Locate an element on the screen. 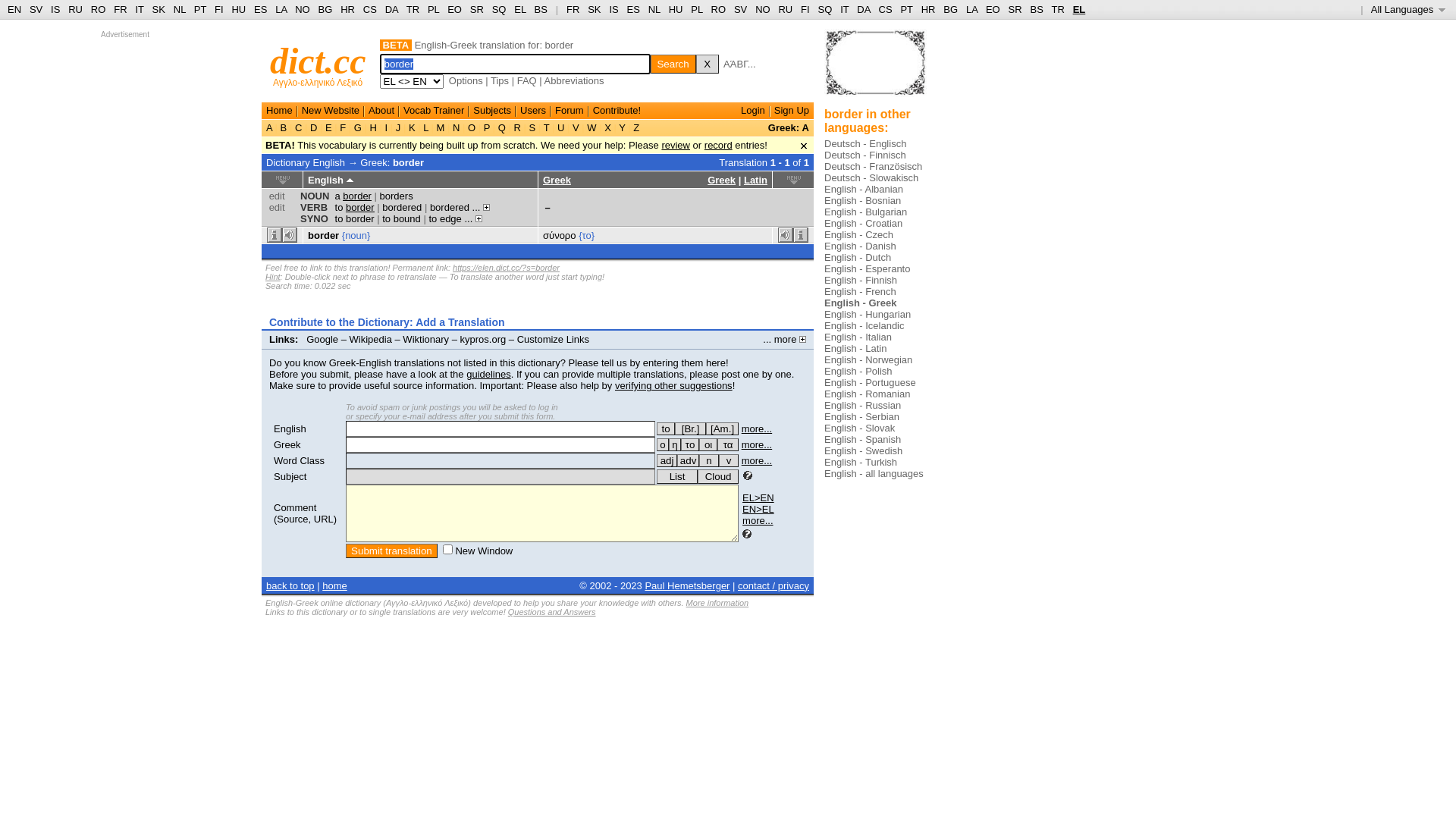 The height and width of the screenshot is (819, 1456). 'EN>EL' is located at coordinates (758, 509).